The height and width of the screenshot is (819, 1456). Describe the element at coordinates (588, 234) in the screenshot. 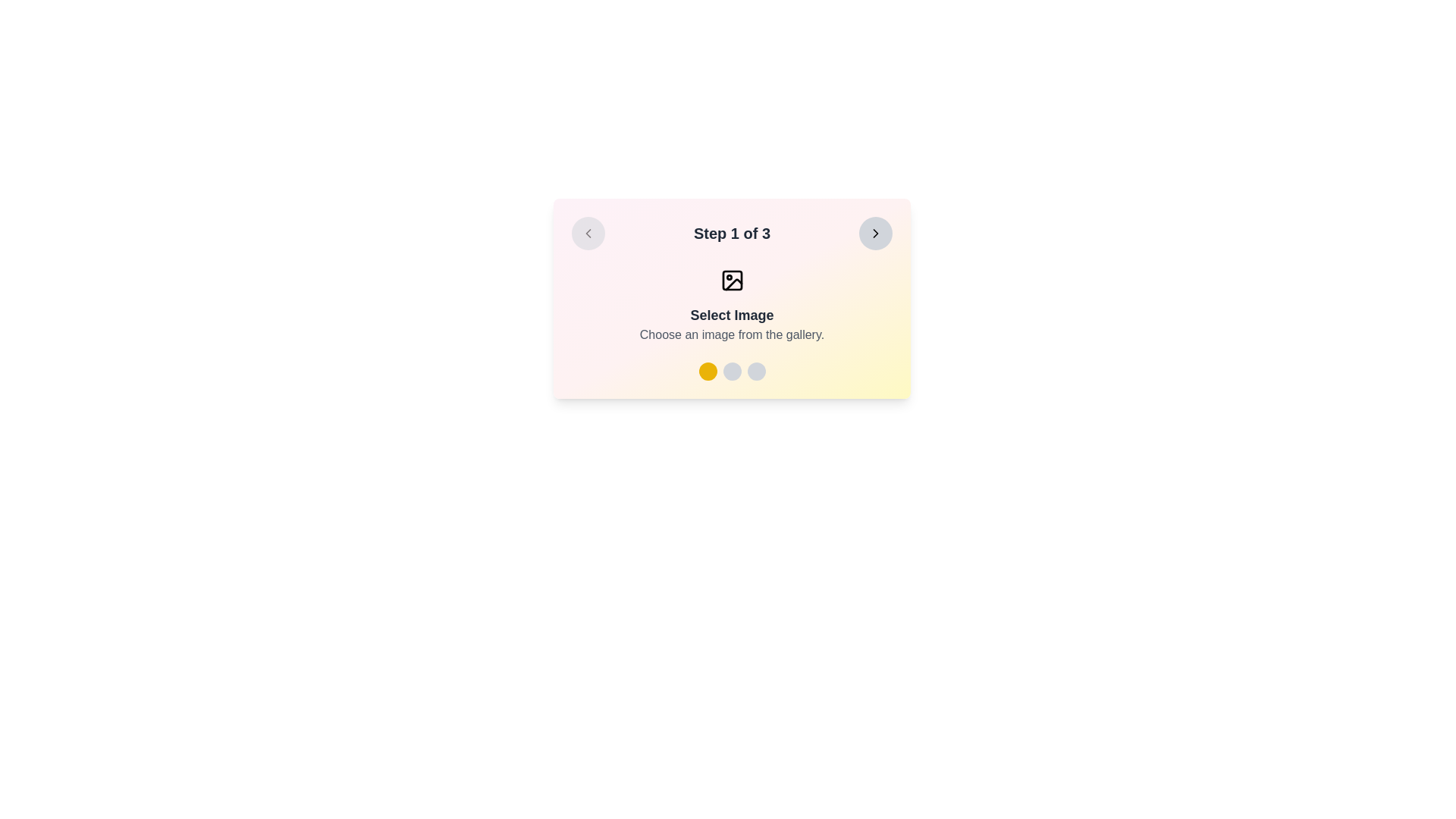

I see `the left-pointing chevron icon enclosed within a circular button, which is part of the step navigation interface` at that location.